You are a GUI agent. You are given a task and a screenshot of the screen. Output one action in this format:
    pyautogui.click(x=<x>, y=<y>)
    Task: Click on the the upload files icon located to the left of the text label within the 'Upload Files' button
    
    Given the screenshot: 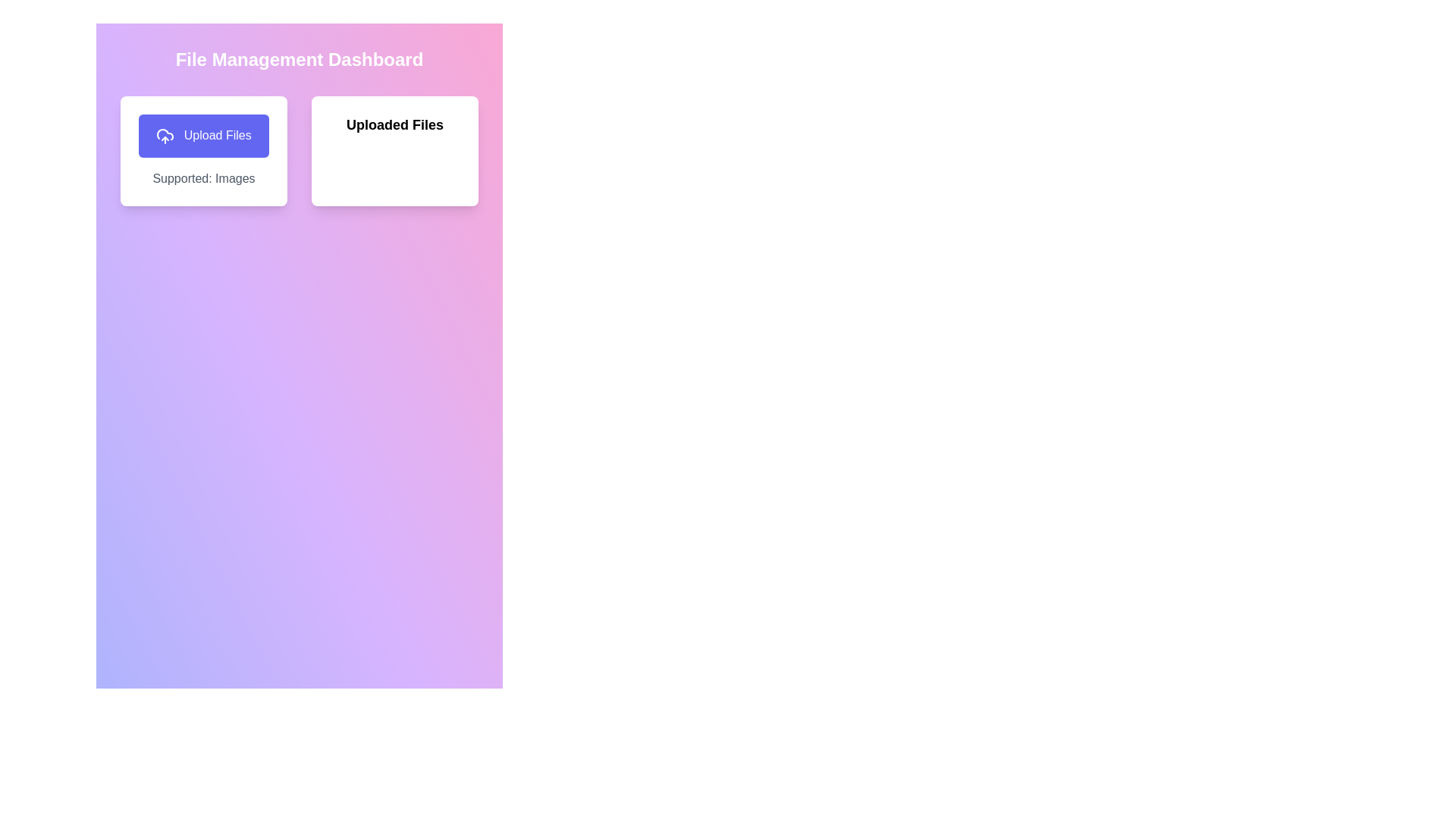 What is the action you would take?
    pyautogui.click(x=165, y=135)
    